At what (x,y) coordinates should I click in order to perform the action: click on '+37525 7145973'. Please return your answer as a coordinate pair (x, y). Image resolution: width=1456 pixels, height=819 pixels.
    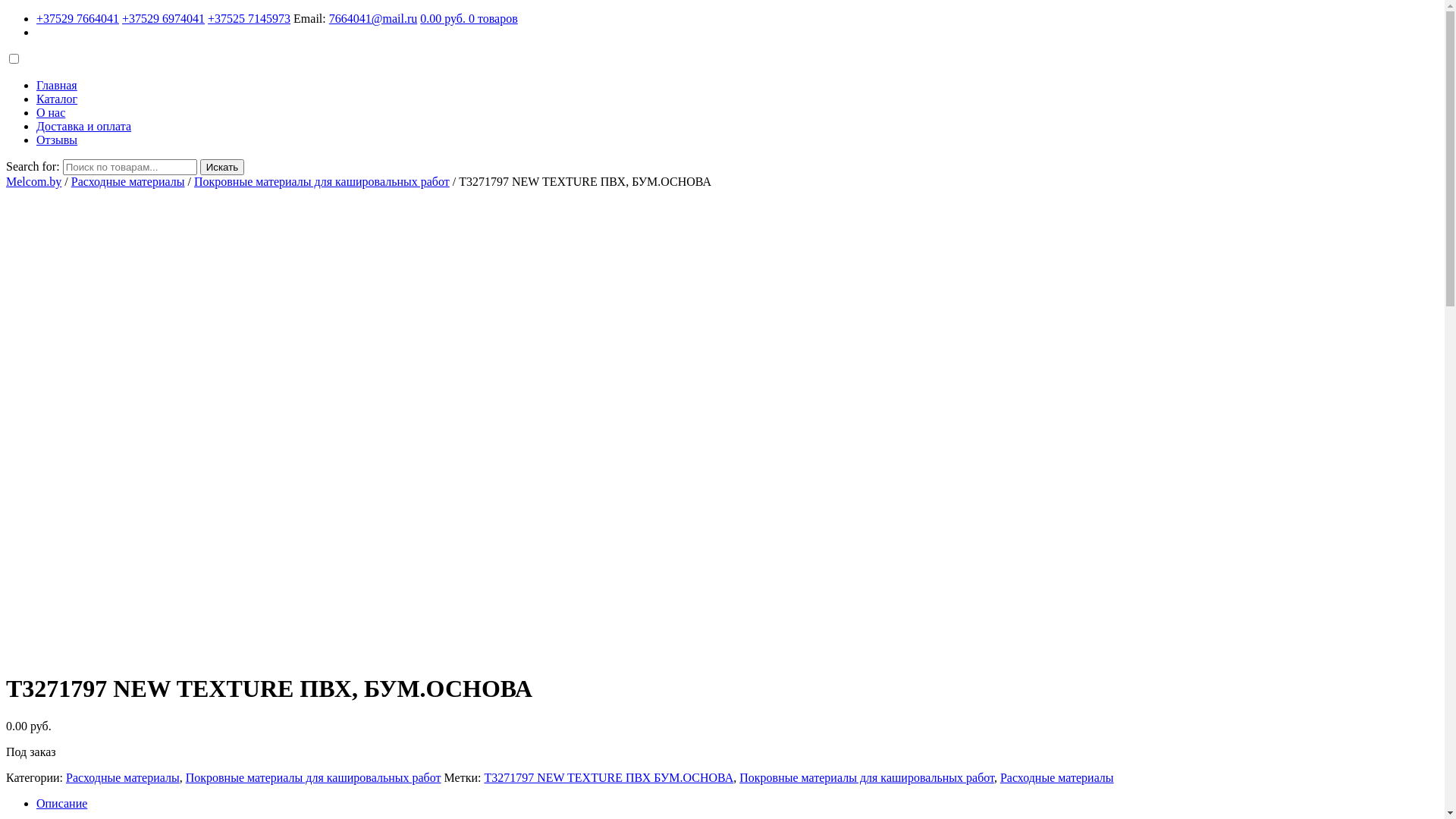
    Looking at the image, I should click on (206, 18).